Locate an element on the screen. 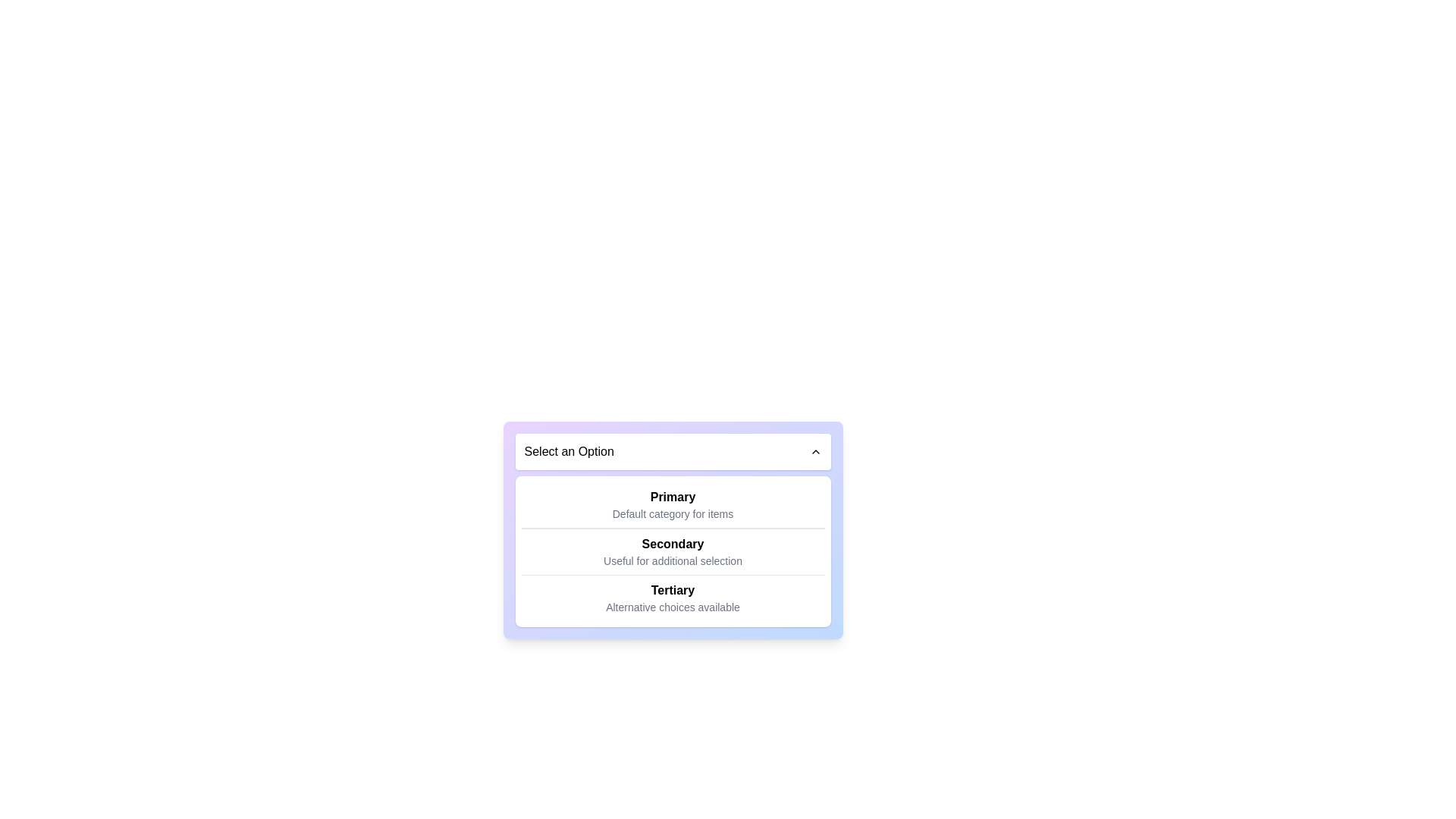  the upward-pointing chevron icon located at the far right of the 'Select an Option' dropdown component to interact with the dropdown is located at coordinates (814, 451).